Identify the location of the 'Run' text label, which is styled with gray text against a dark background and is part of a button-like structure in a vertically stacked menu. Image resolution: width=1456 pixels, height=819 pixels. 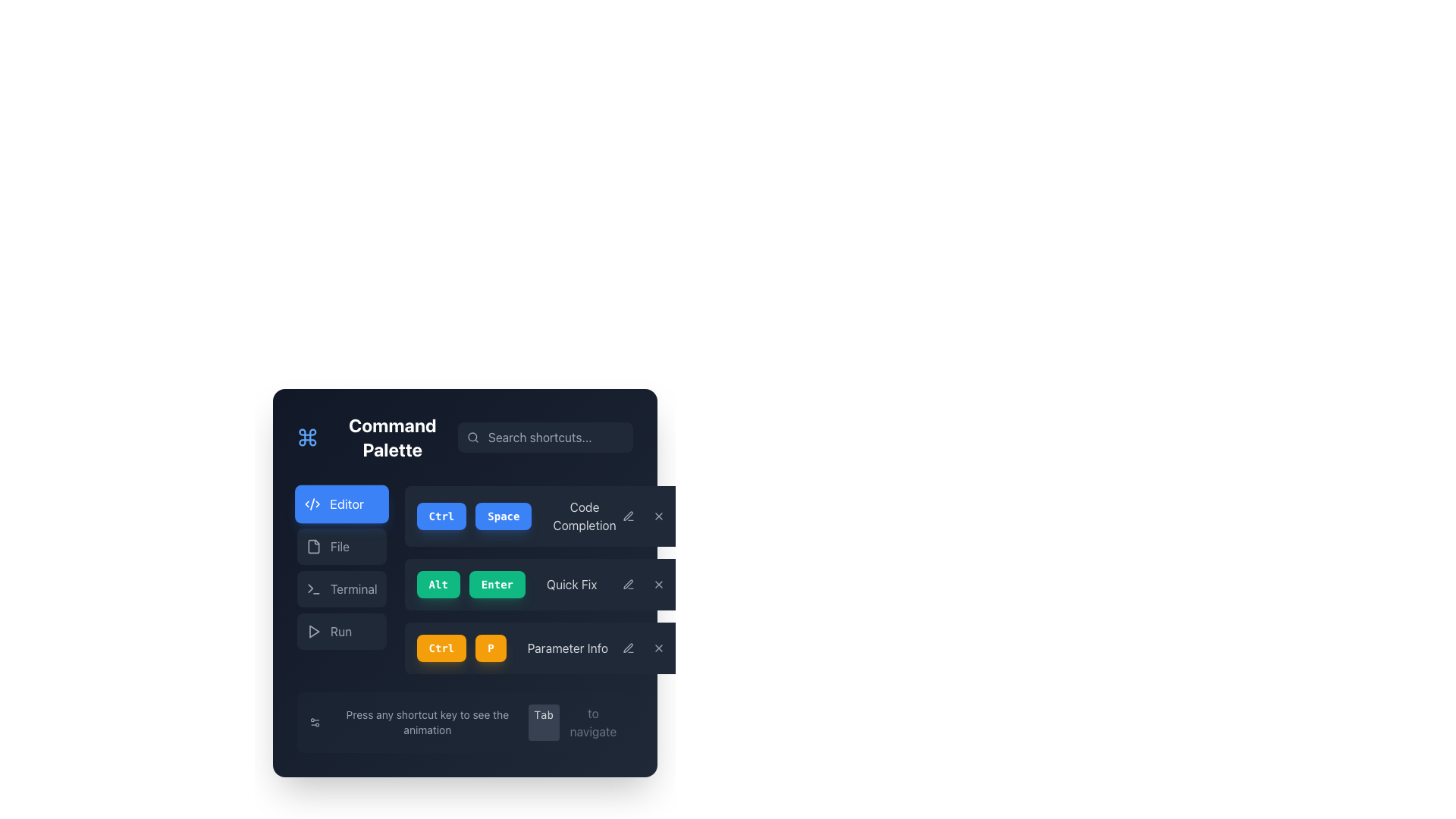
(340, 632).